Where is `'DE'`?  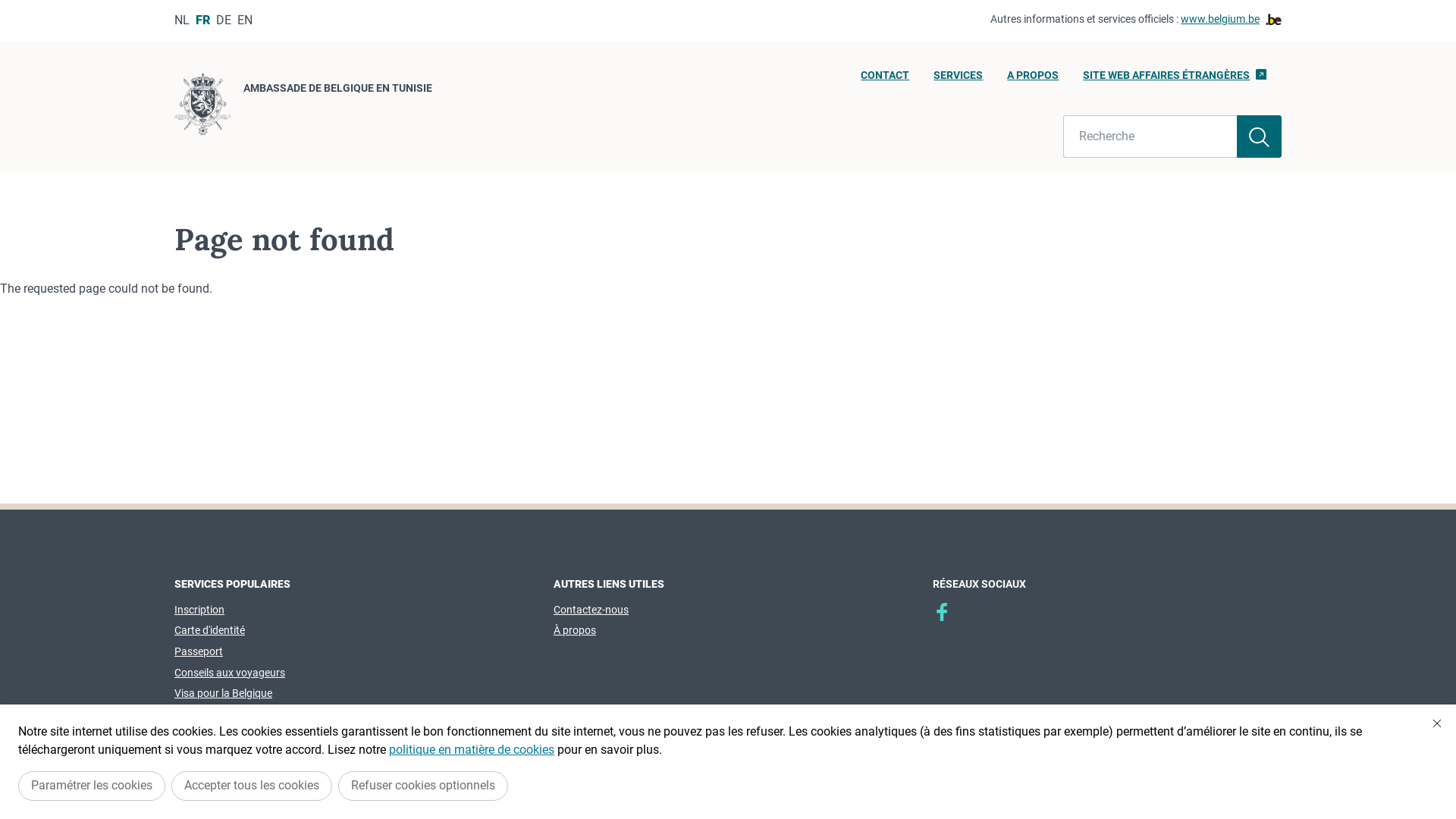
'DE' is located at coordinates (222, 20).